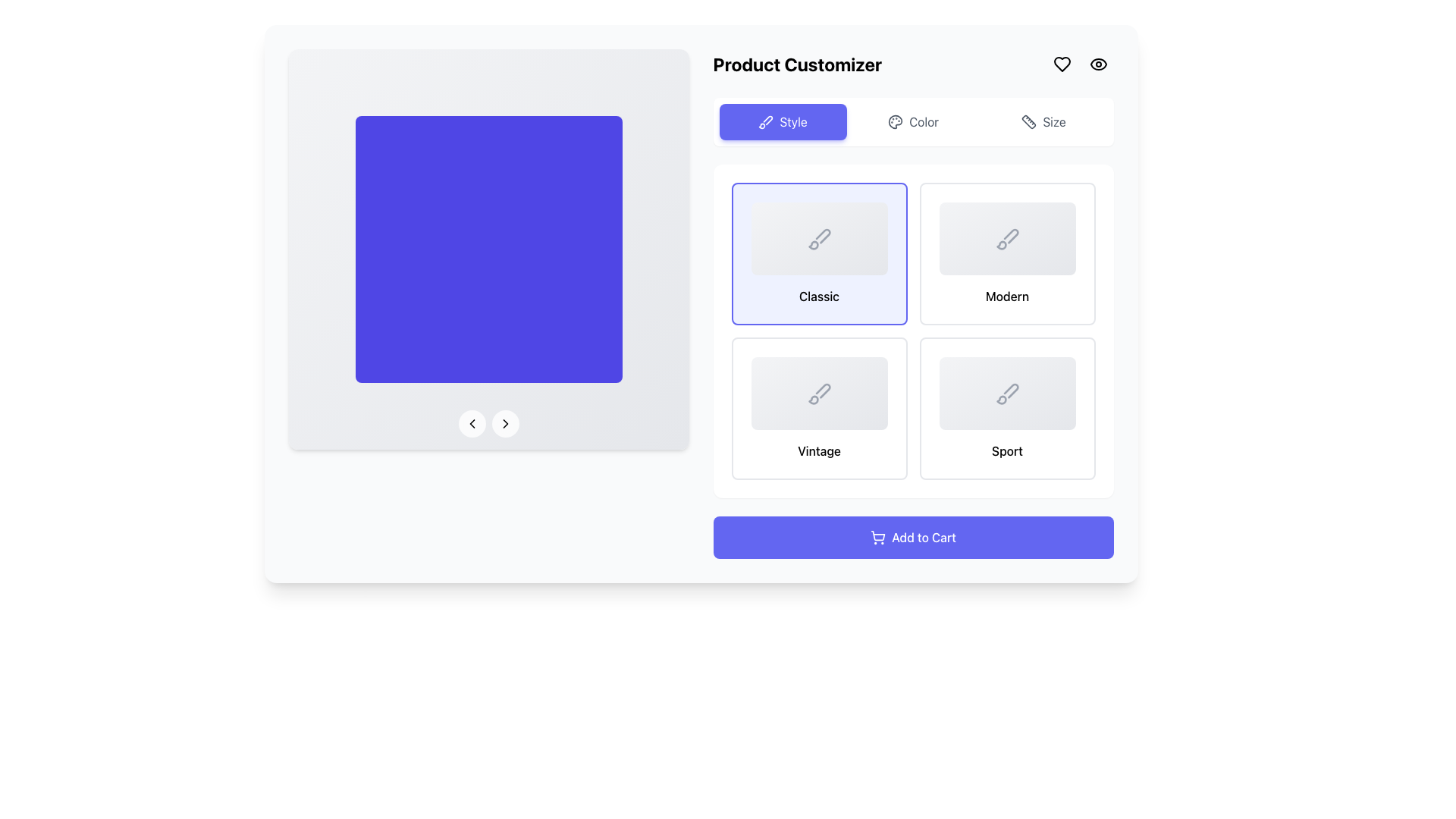 This screenshot has height=819, width=1456. I want to click on the 'Modern' text label, so click(1007, 296).